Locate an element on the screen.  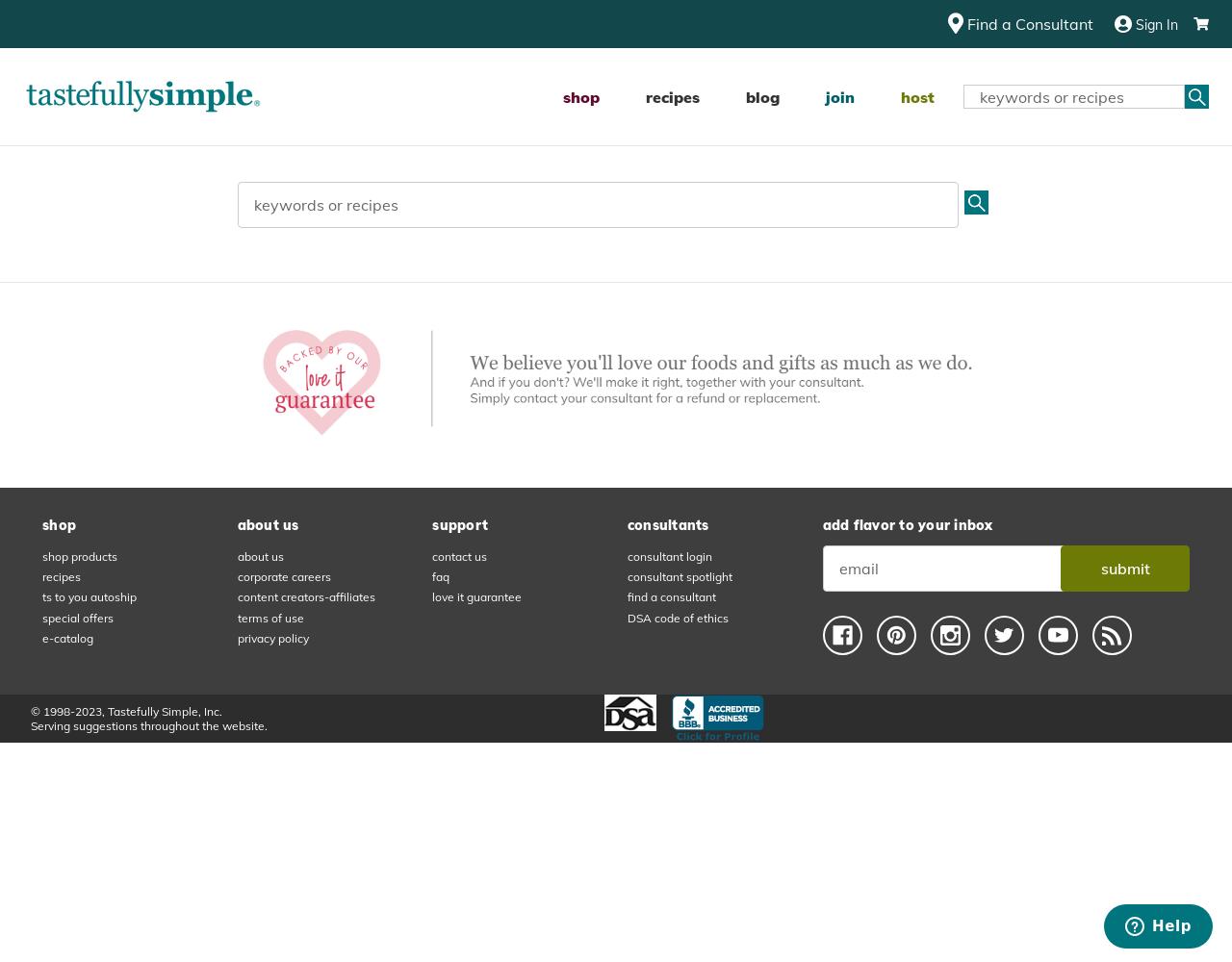
'DSA code of ethics' is located at coordinates (677, 617).